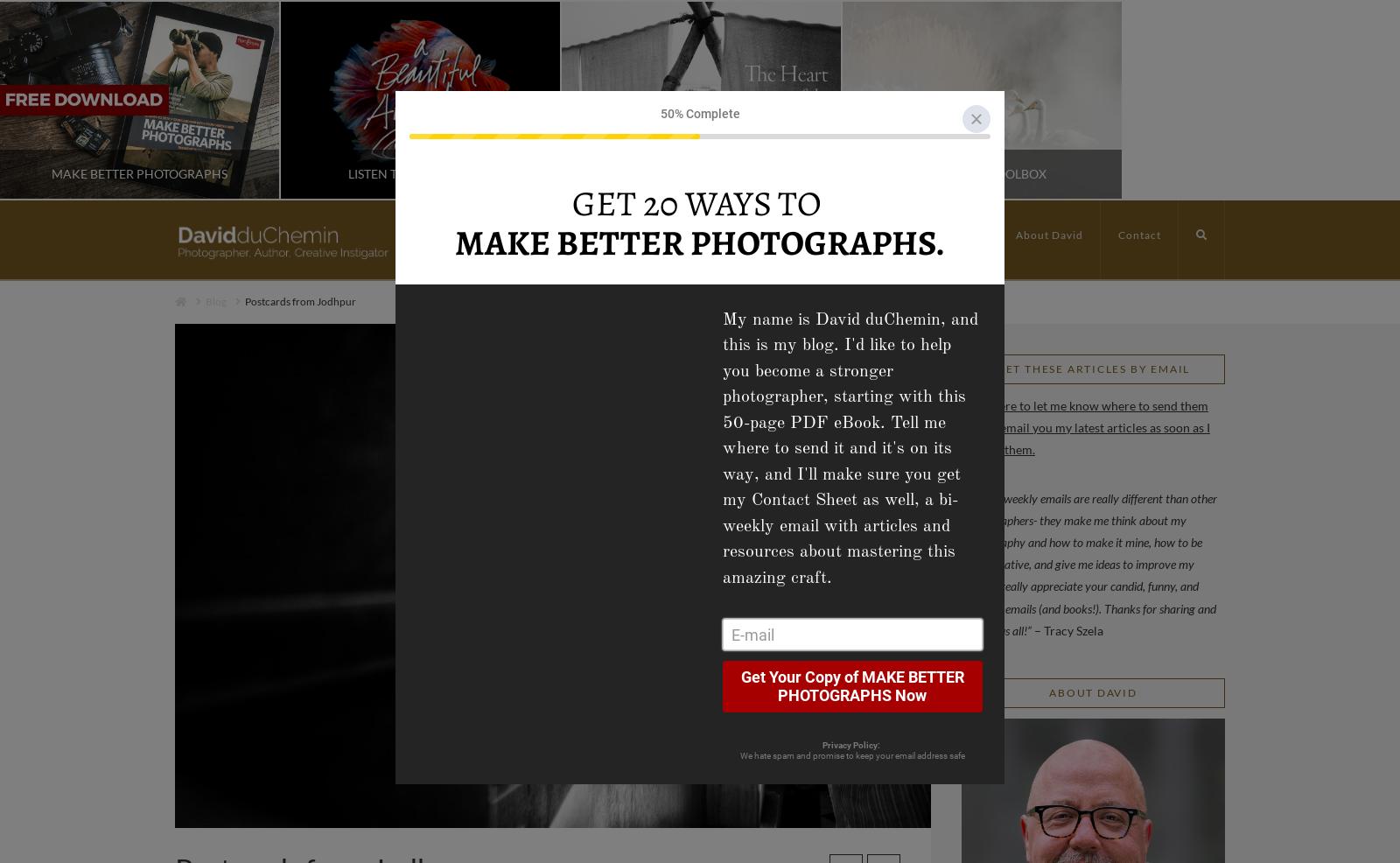 The image size is (1400, 863). I want to click on 'Postcards from Jodhpur', so click(300, 300).